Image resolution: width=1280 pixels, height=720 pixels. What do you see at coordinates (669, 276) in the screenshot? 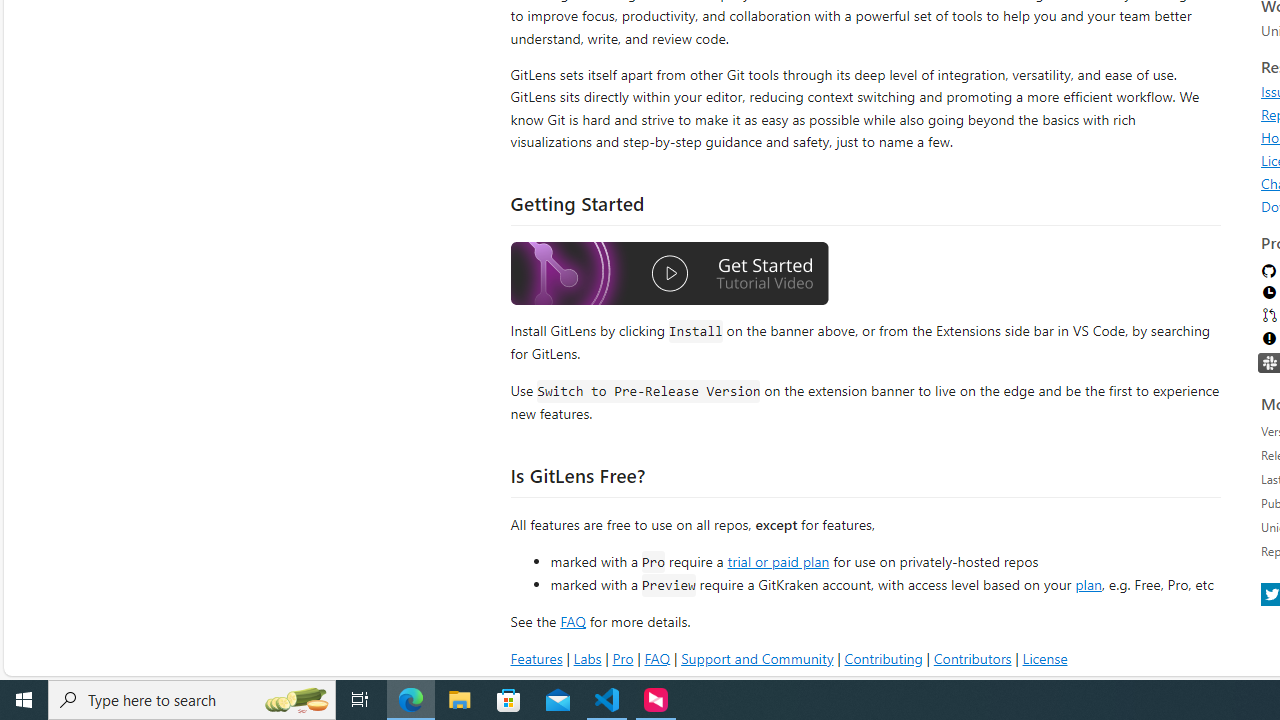
I see `'Watch the GitLens Getting Started video'` at bounding box center [669, 276].